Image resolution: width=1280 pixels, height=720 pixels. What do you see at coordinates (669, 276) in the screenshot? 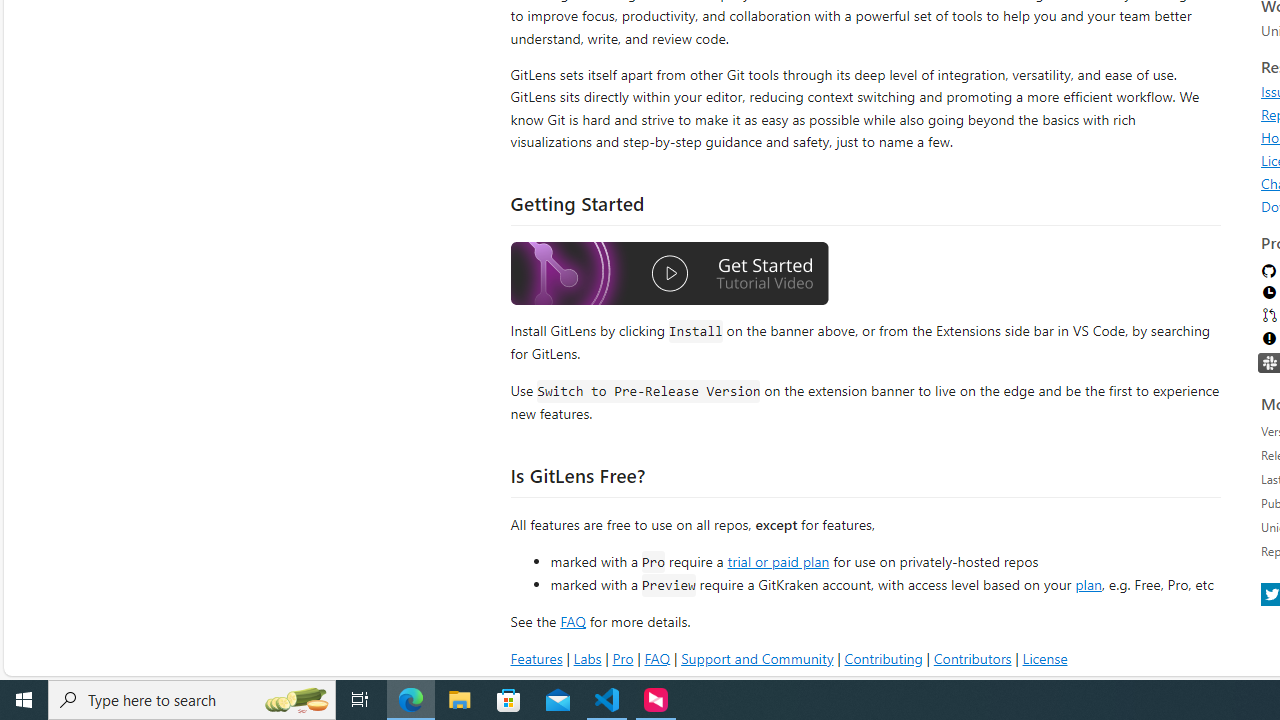
I see `'Watch the GitLens Getting Started video'` at bounding box center [669, 276].